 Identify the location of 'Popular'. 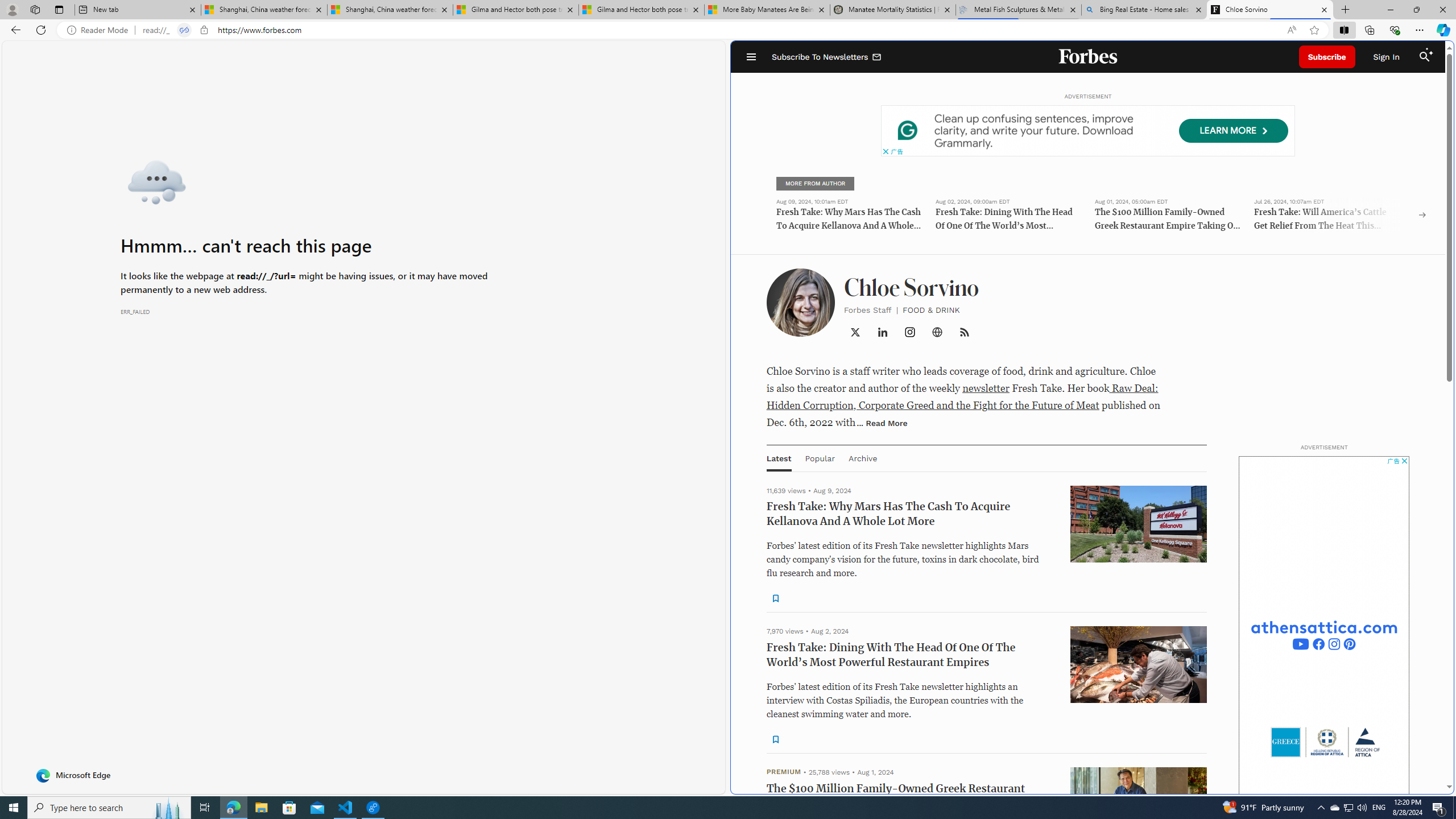
(819, 457).